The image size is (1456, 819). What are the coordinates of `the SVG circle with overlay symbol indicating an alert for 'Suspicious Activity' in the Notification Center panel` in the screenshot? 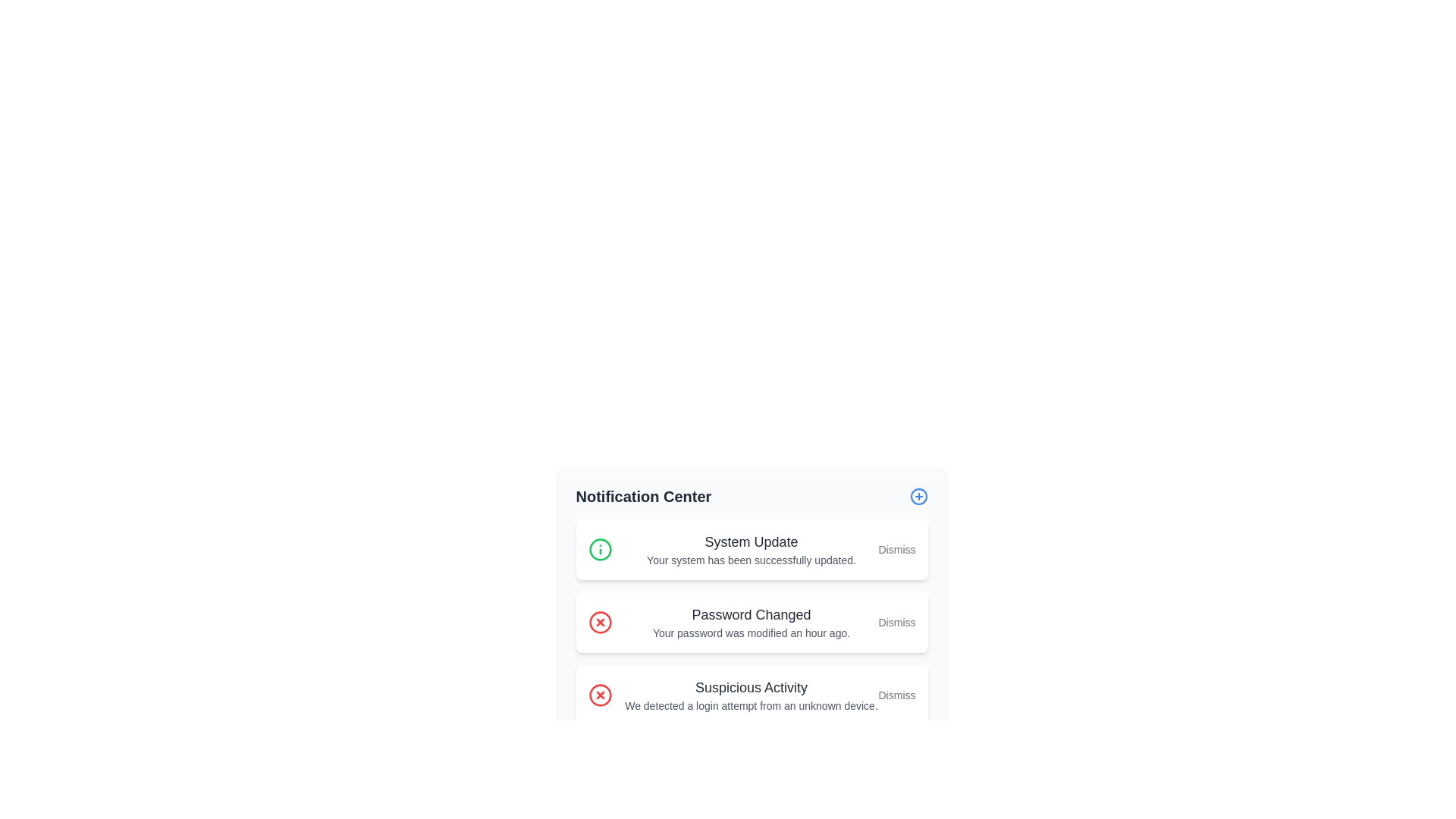 It's located at (599, 695).